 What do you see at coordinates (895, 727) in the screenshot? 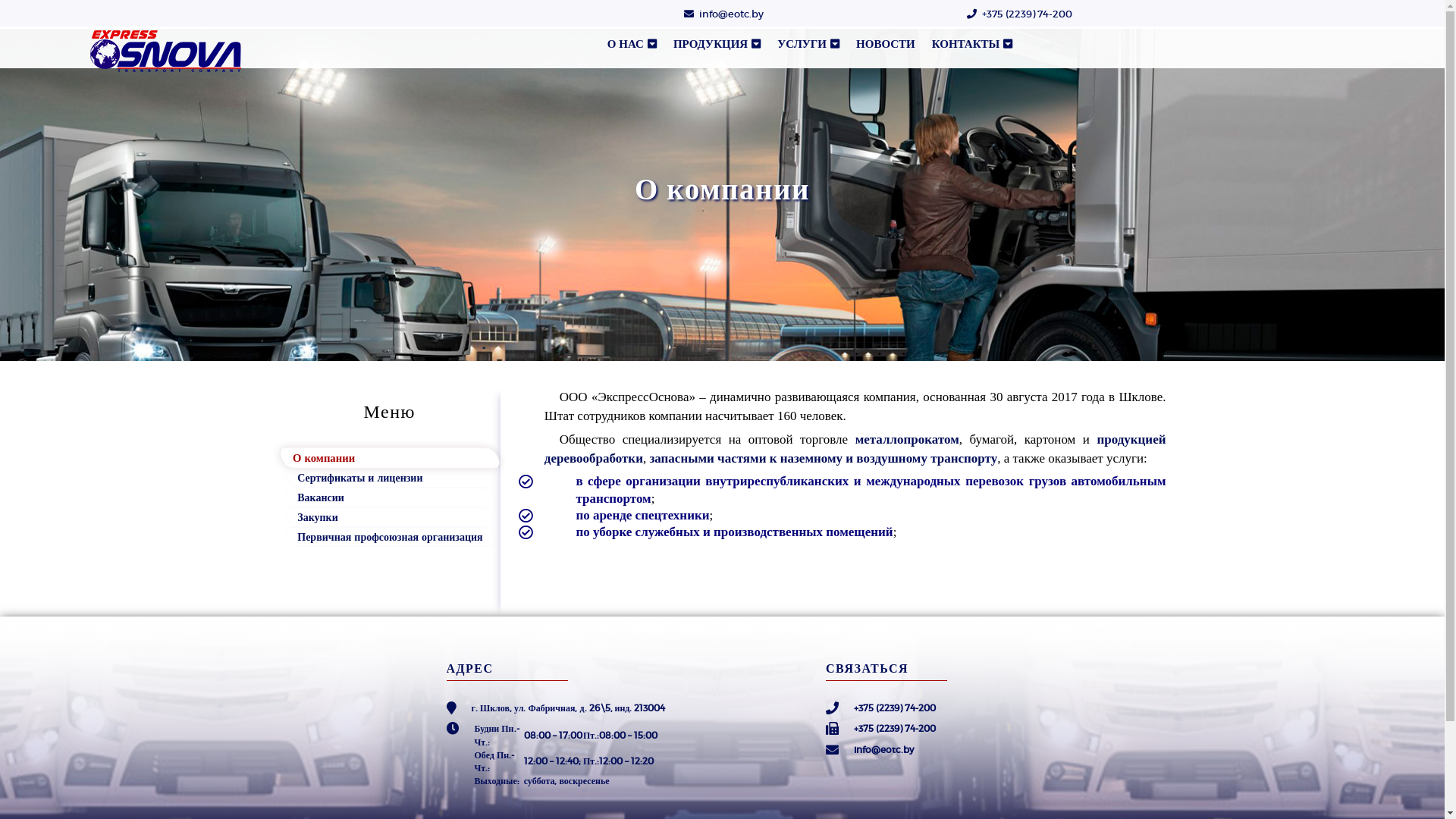
I see `'+375 (2239) 74-200'` at bounding box center [895, 727].